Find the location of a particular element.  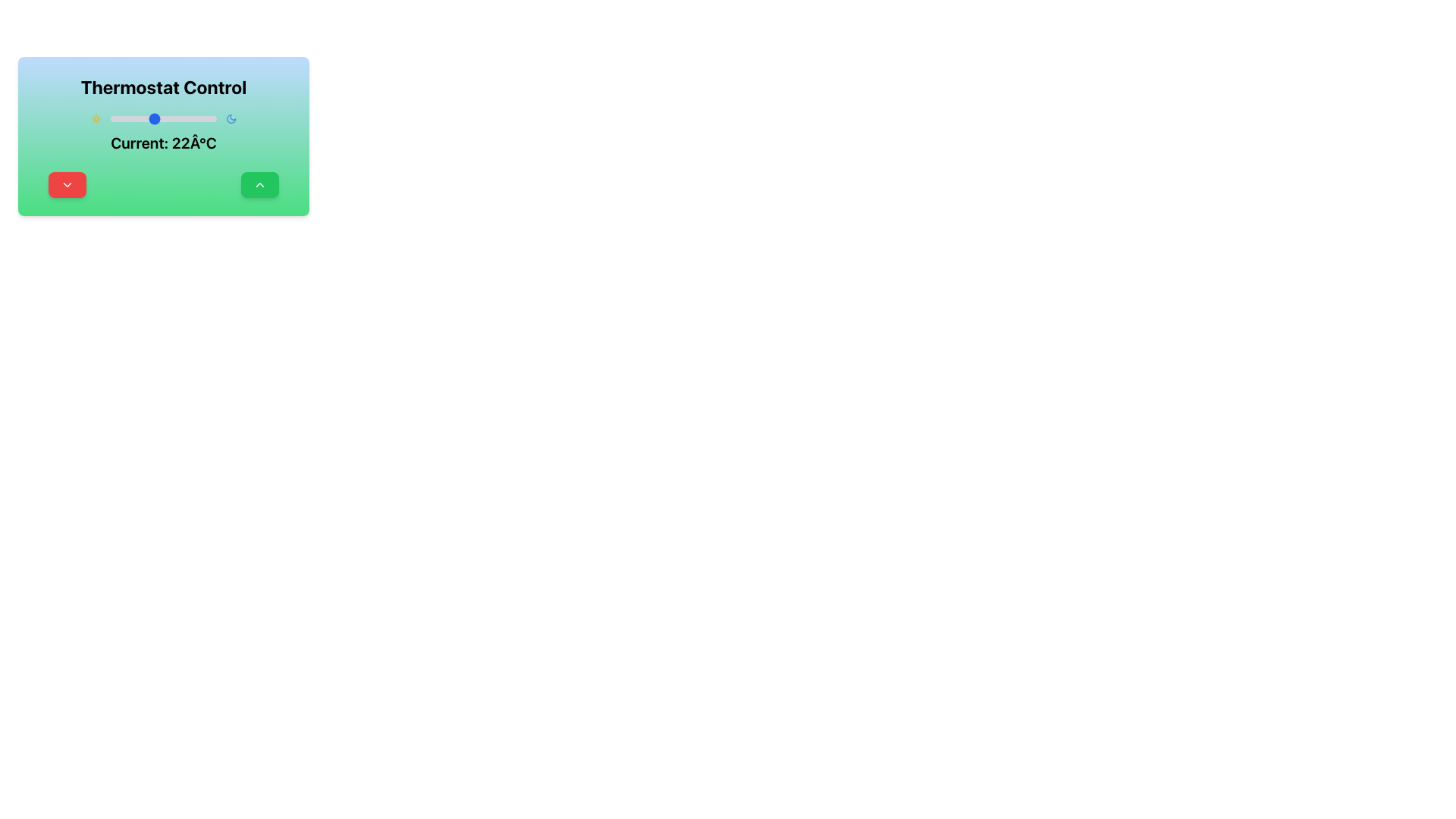

thermostat temperature is located at coordinates (109, 118).